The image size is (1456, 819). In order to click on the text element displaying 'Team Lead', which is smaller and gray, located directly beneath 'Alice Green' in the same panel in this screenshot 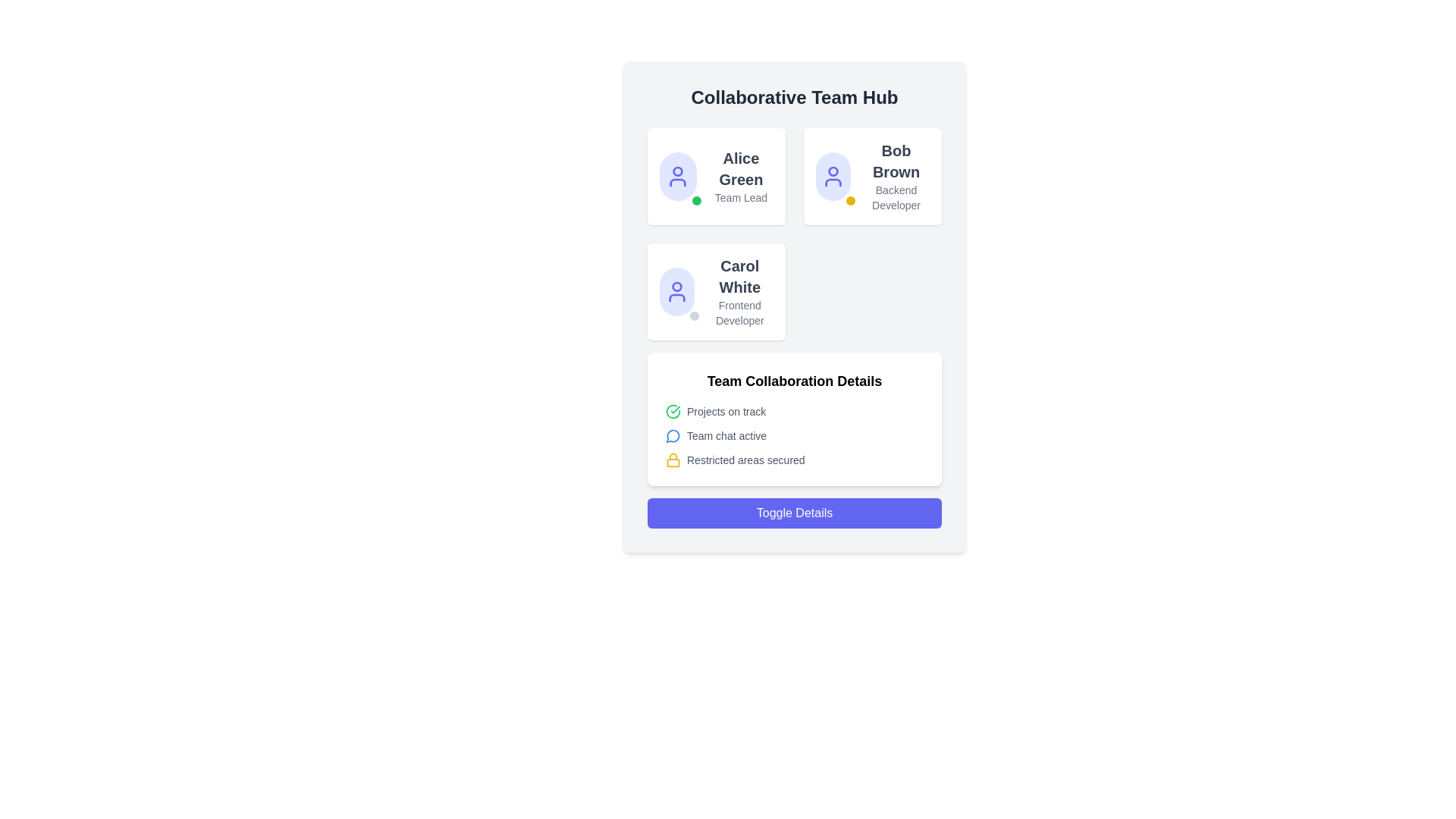, I will do `click(741, 197)`.